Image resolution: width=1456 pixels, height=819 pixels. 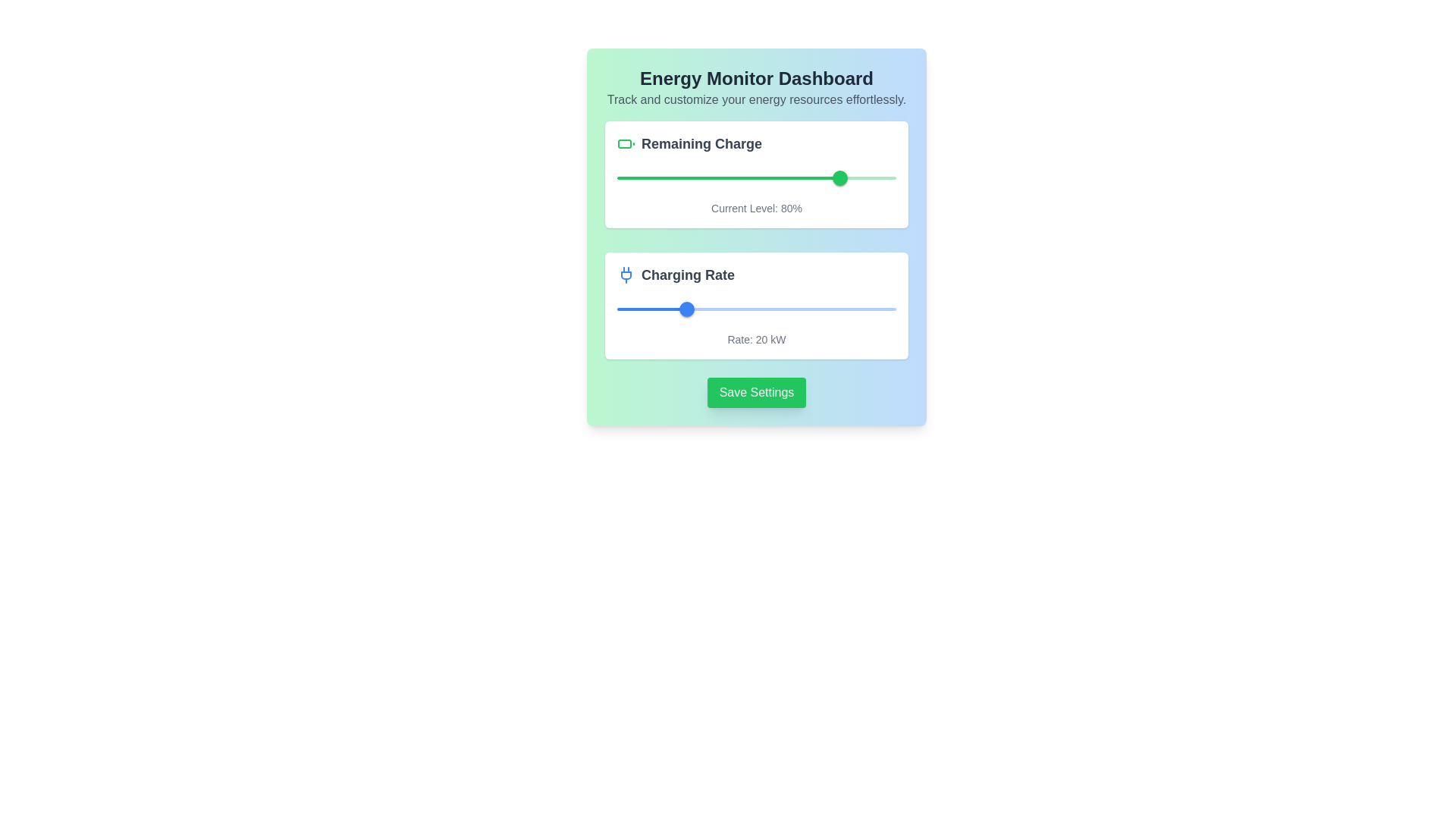 What do you see at coordinates (686, 309) in the screenshot?
I see `the charging rate` at bounding box center [686, 309].